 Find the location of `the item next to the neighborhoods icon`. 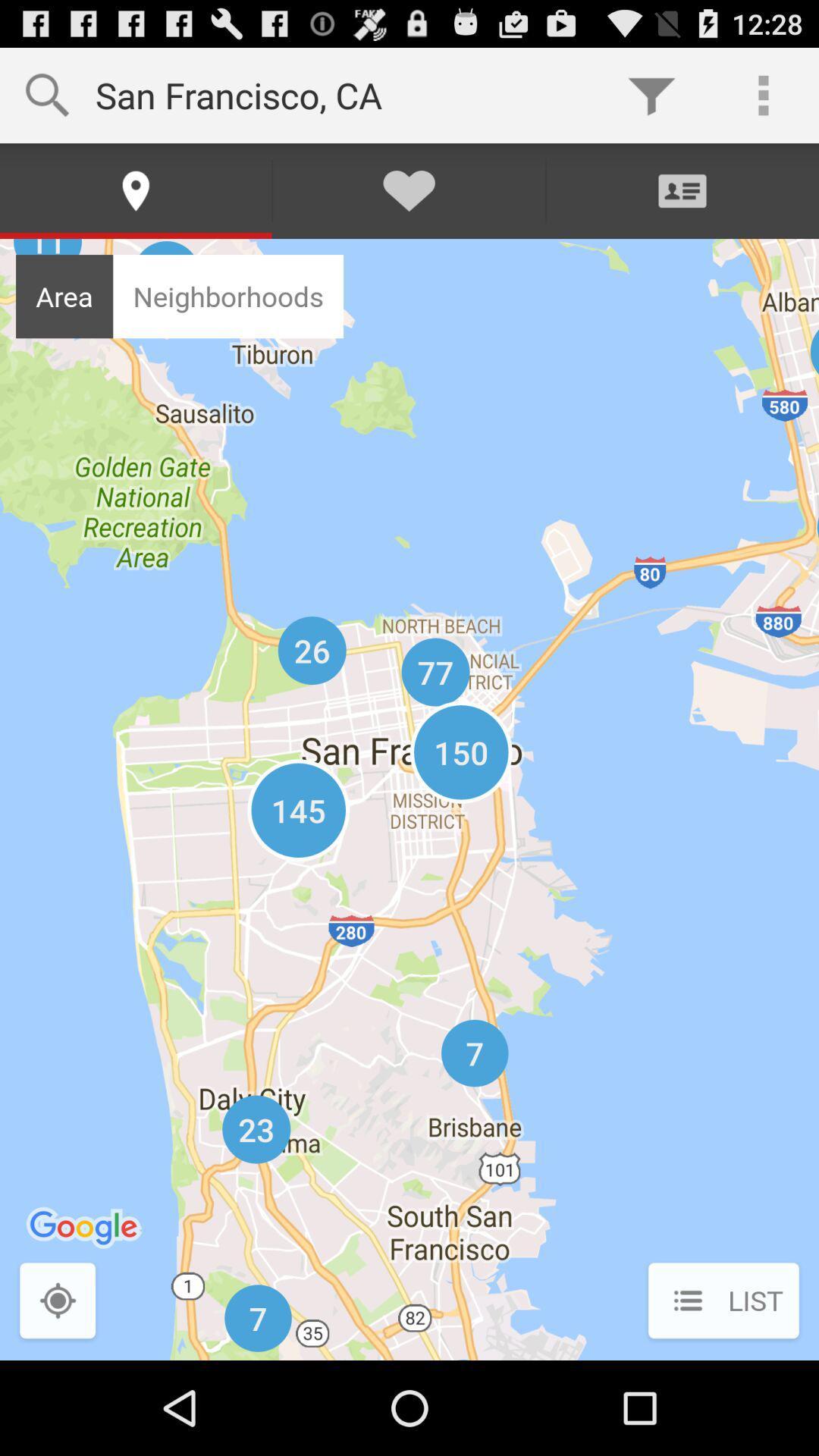

the item next to the neighborhoods icon is located at coordinates (64, 297).